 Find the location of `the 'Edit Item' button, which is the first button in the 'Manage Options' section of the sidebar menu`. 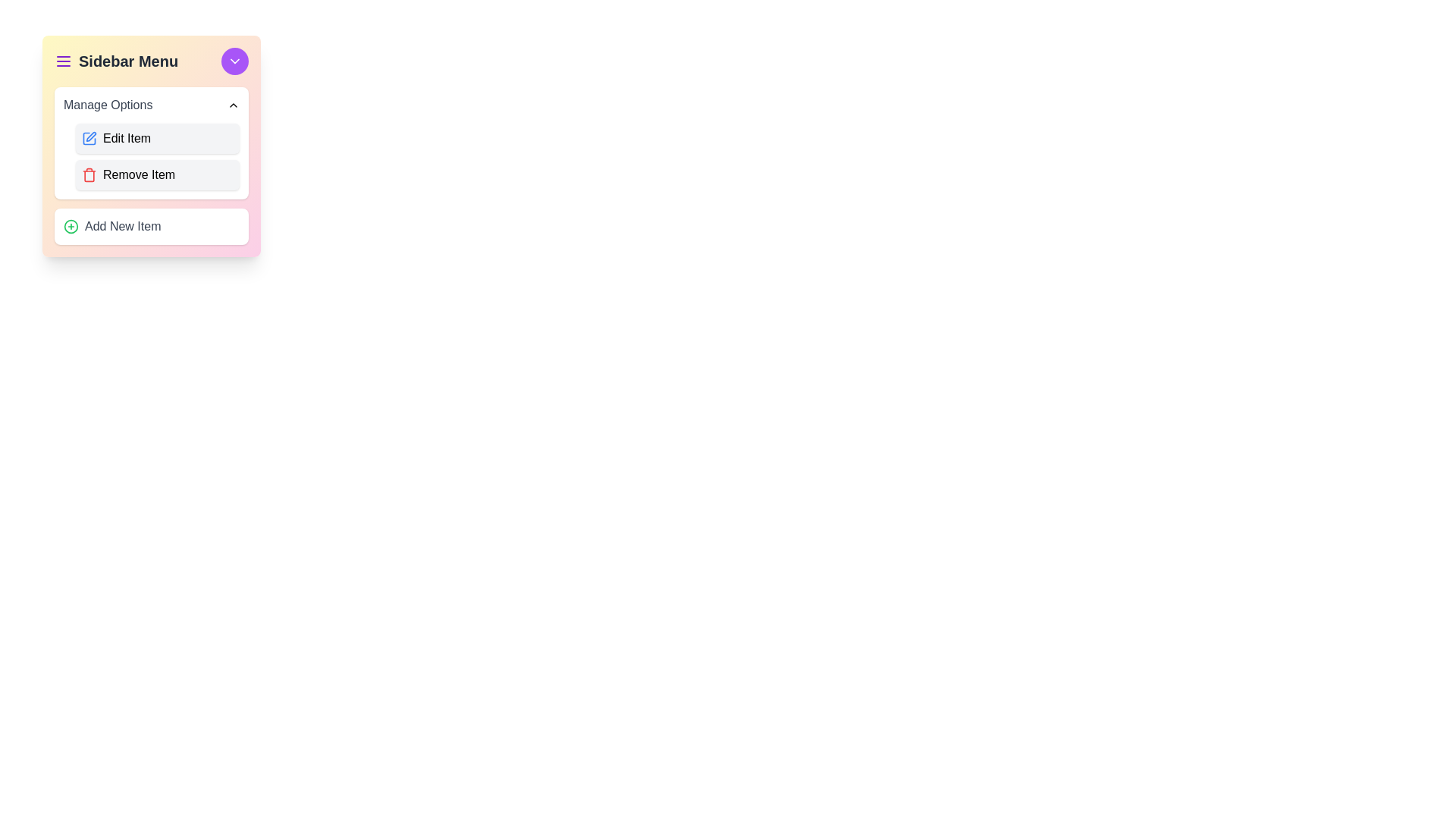

the 'Edit Item' button, which is the first button in the 'Manage Options' section of the sidebar menu is located at coordinates (152, 146).